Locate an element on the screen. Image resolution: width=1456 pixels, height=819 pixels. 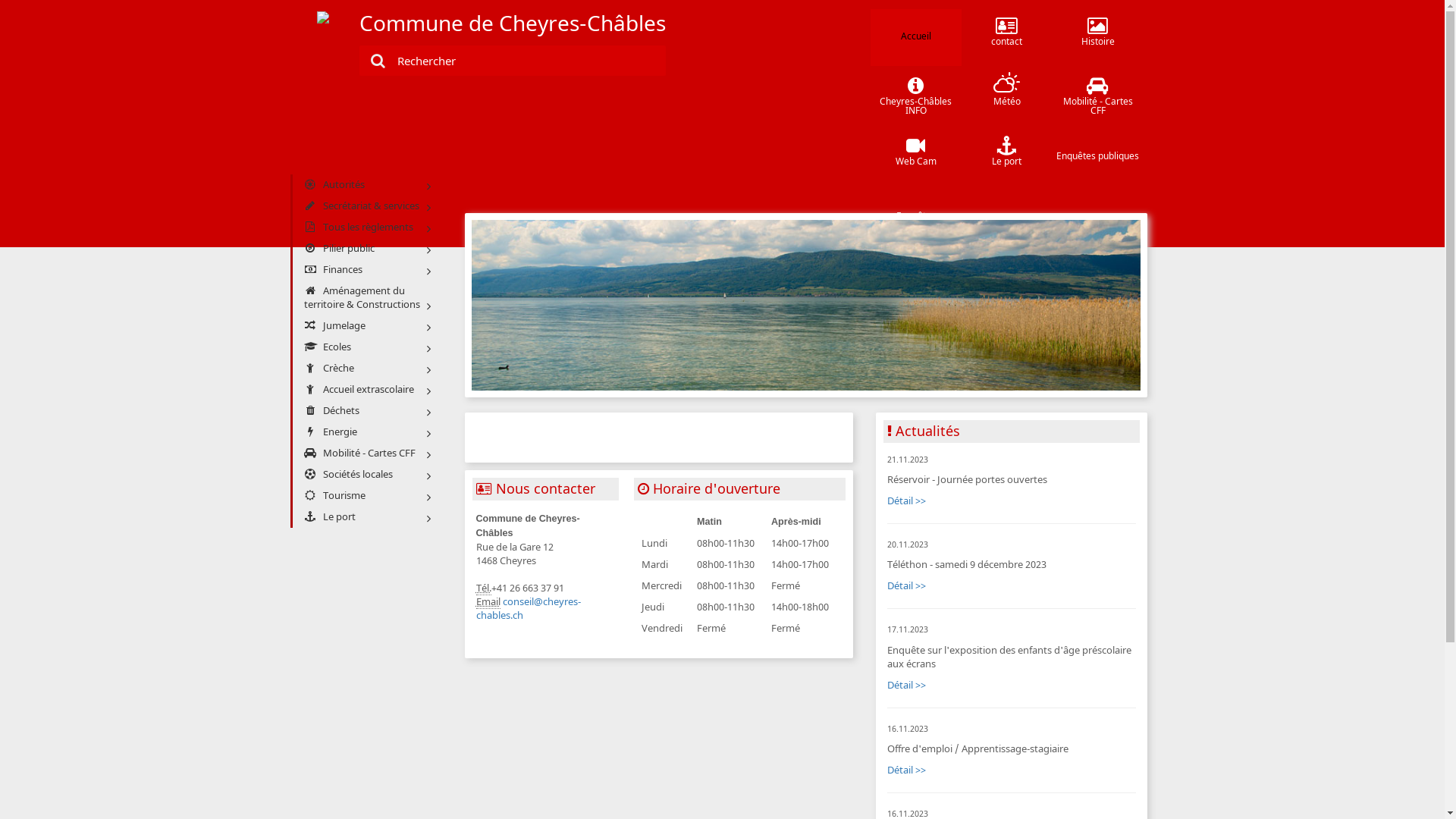
'Accueil extrascolaire' is located at coordinates (365, 388).